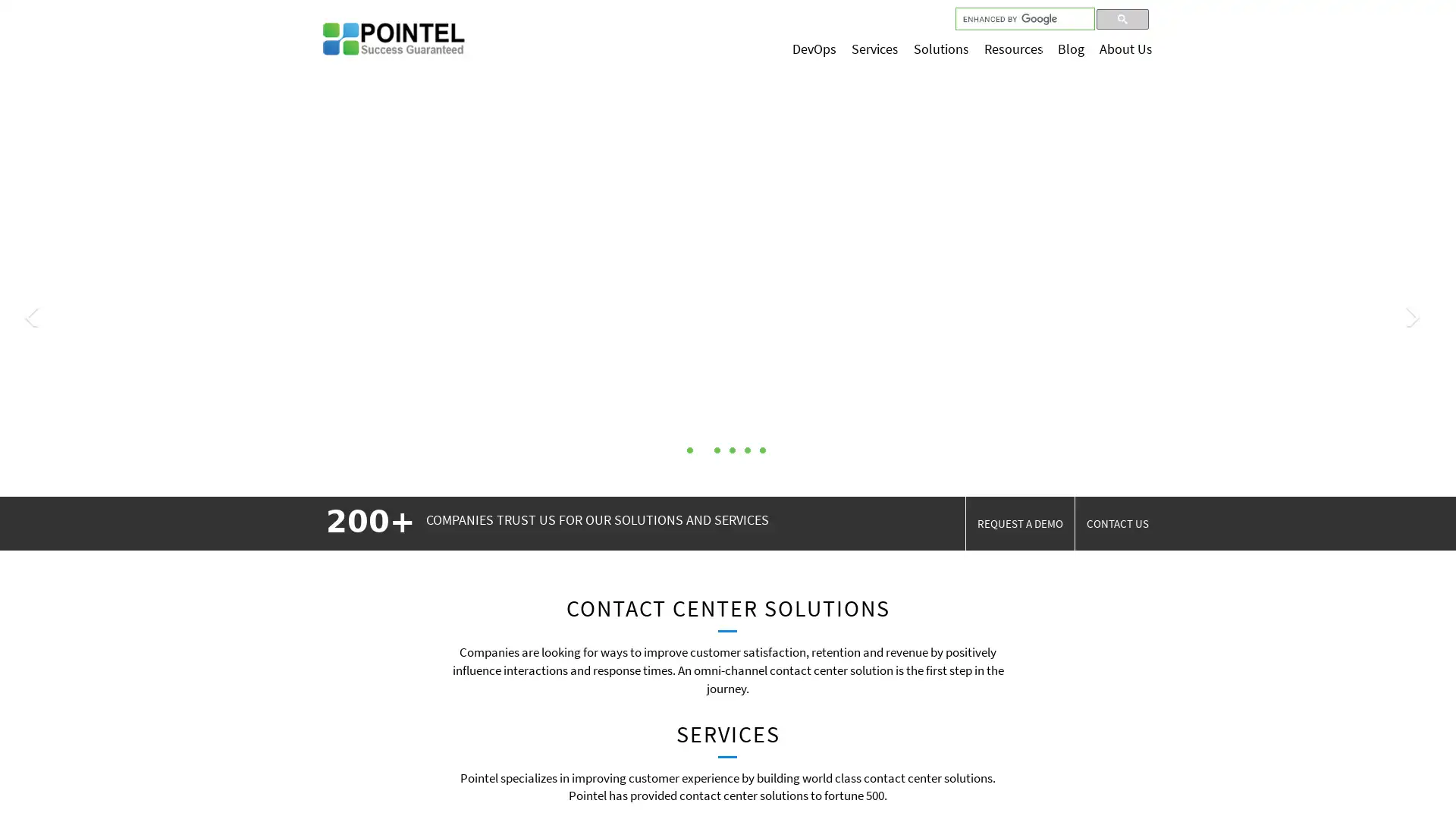  I want to click on search, so click(1122, 18).